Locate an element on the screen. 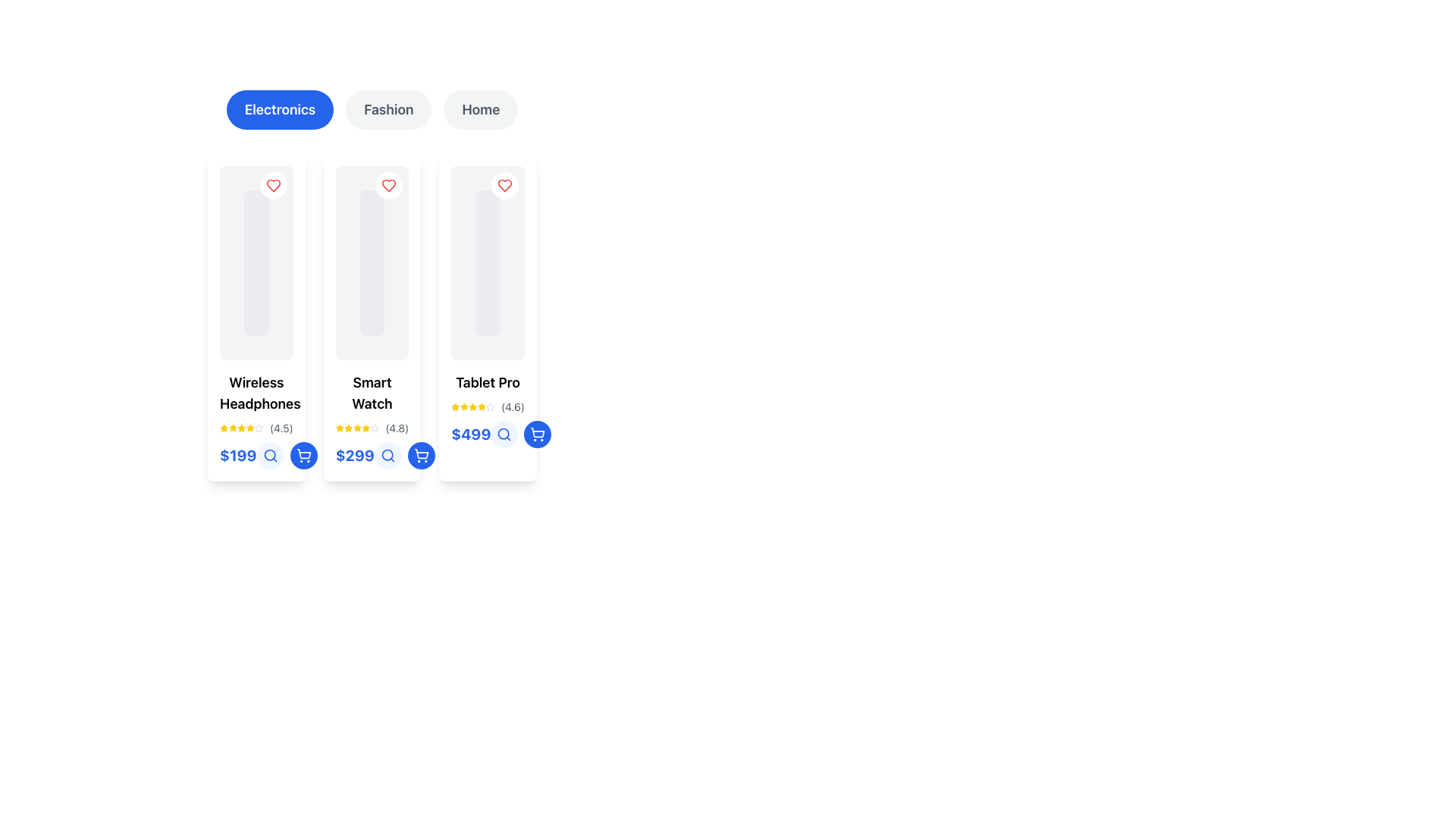 The image size is (1456, 819). the first star icon for ratings, which is a five-pointed star with a yellow fill and outline, located below the 'Wireless Headphones' product in the first card of the product listing is located at coordinates (223, 428).